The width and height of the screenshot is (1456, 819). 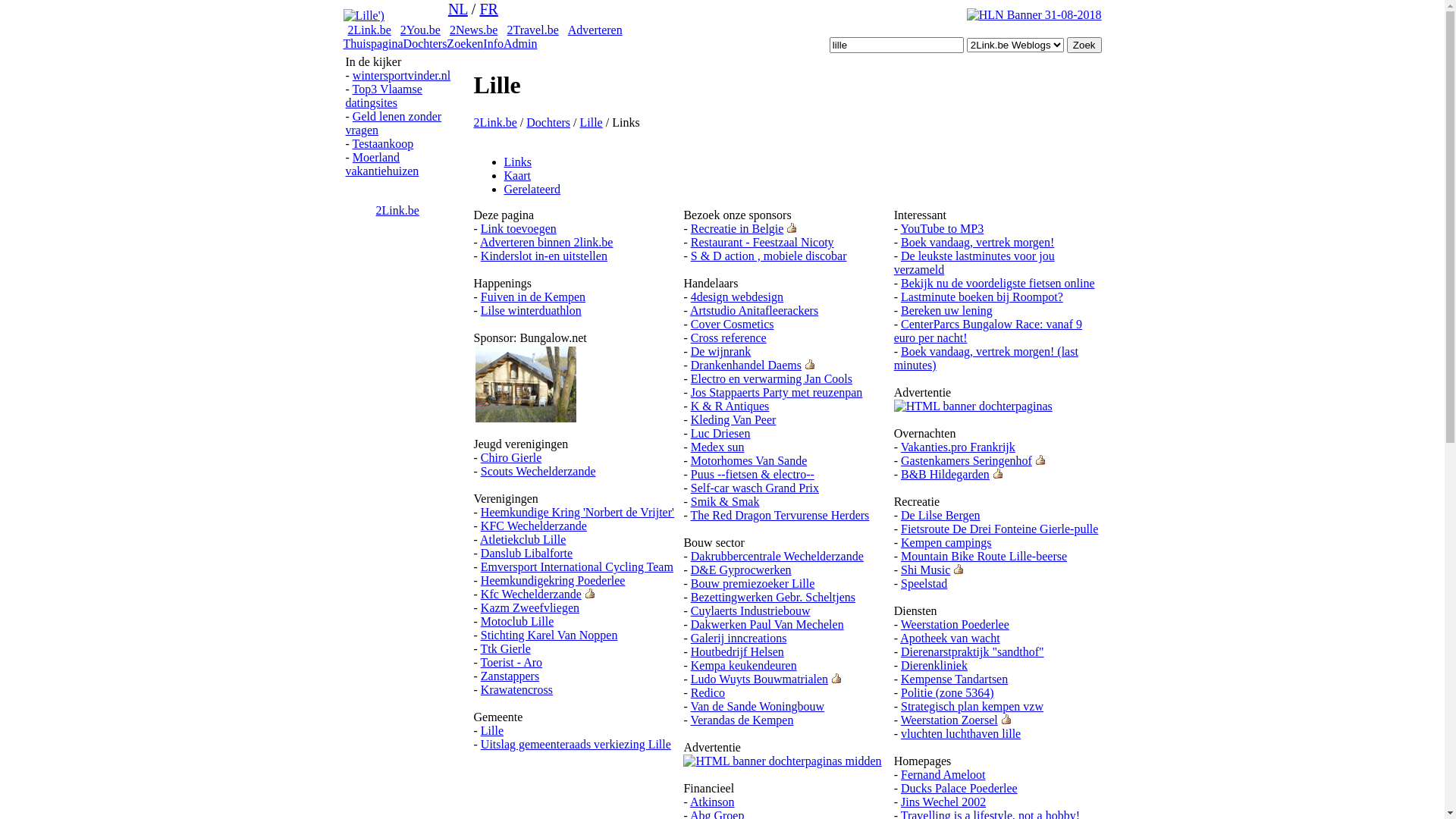 I want to click on 'Drankenhandel Daems', so click(x=745, y=365).